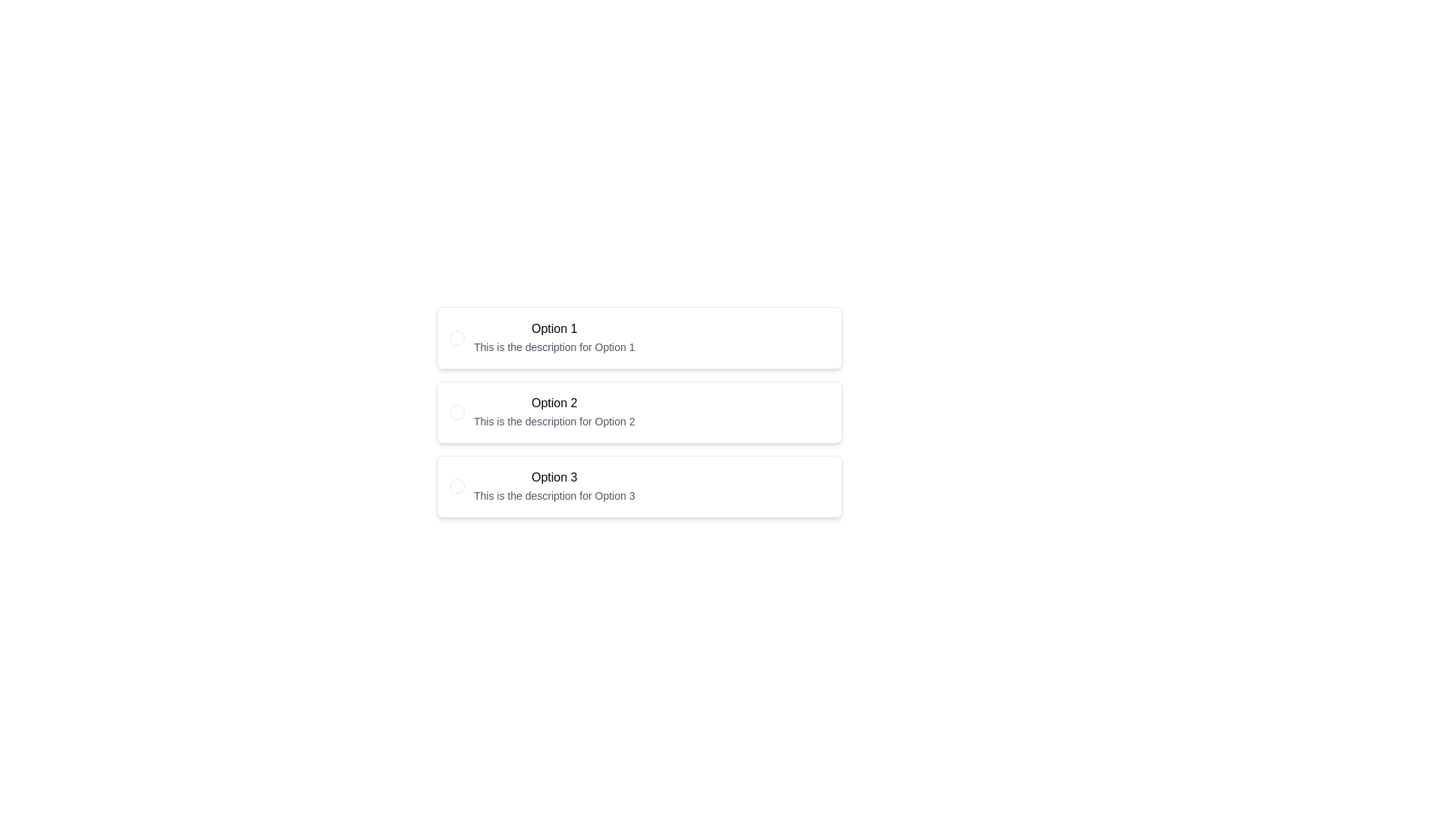  Describe the element at coordinates (554, 403) in the screenshot. I see `label that serves as the title for the second option in the vertical list, located above the descriptive text for 'Option 2'` at that location.